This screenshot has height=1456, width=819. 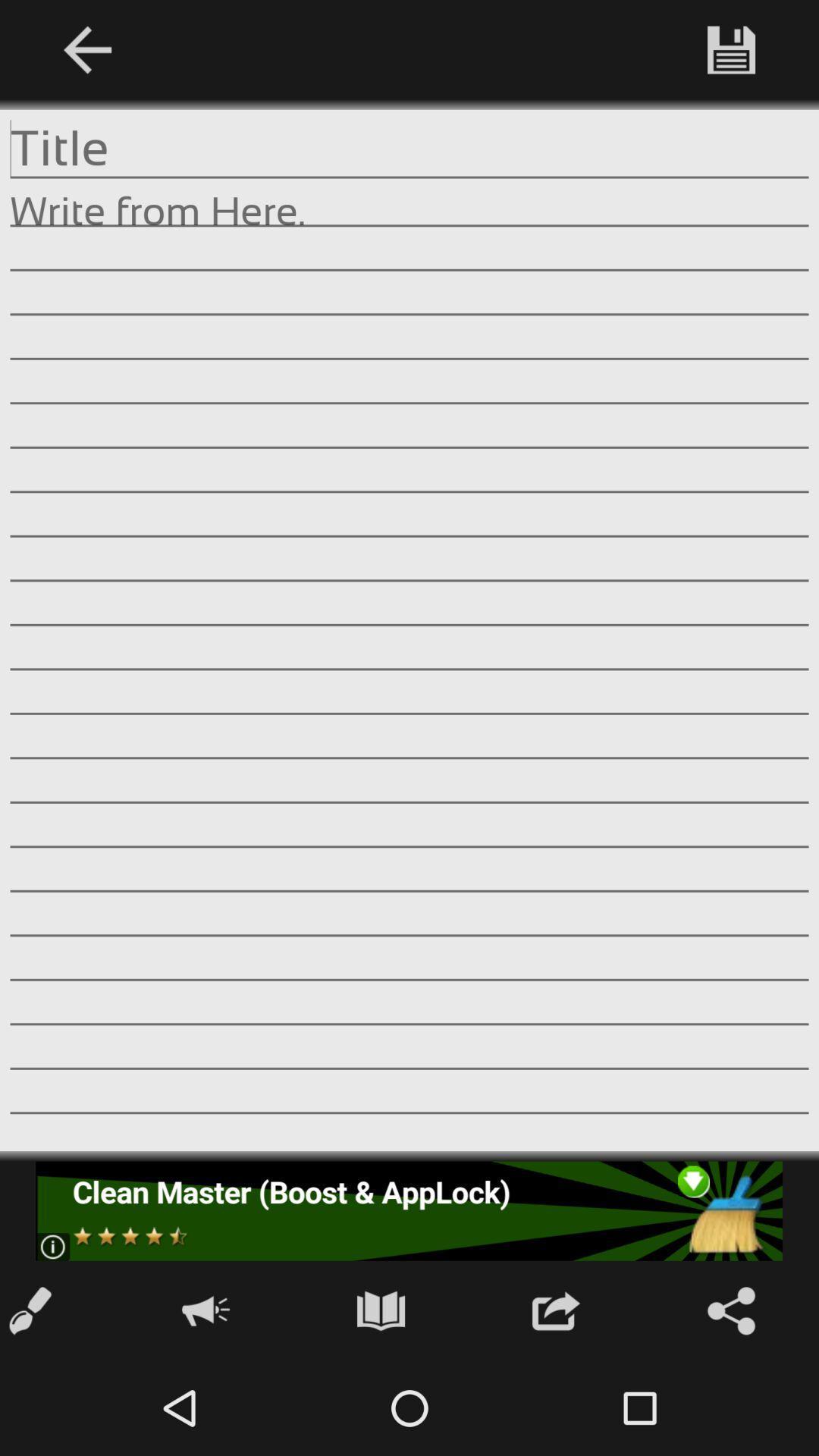 I want to click on the launch icon, so click(x=556, y=1310).